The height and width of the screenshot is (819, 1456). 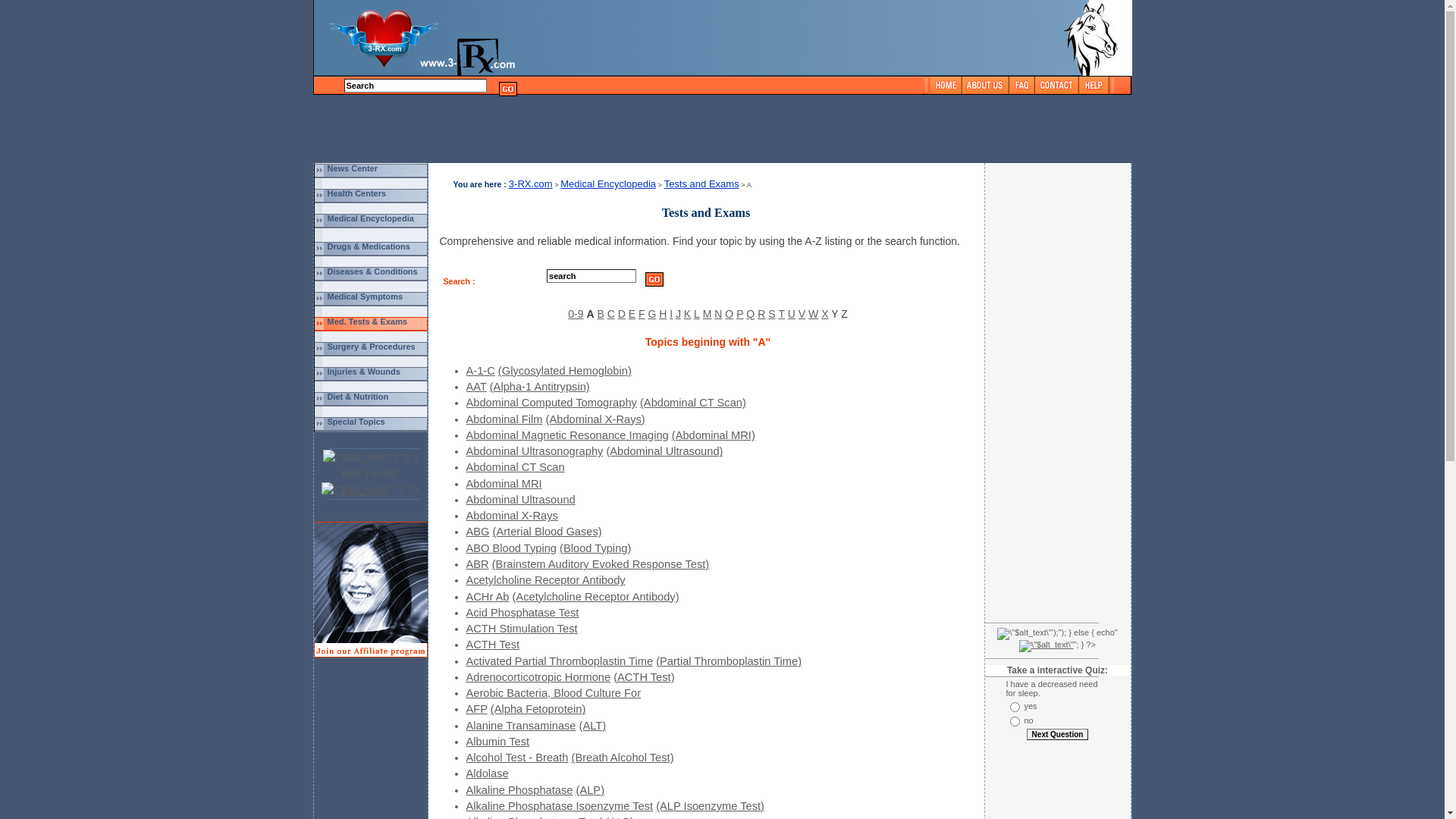 I want to click on 'Abdominal Ultrasound', so click(x=465, y=500).